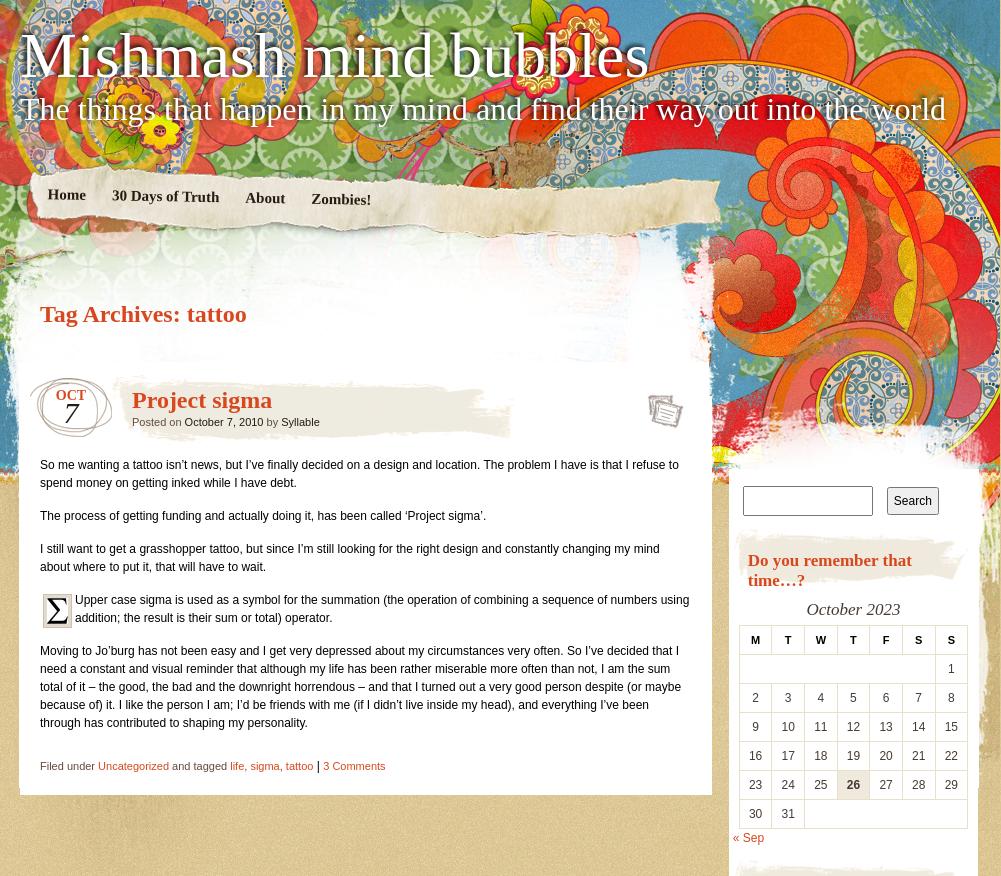 Image resolution: width=1001 pixels, height=876 pixels. What do you see at coordinates (805, 609) in the screenshot?
I see `'October 2023'` at bounding box center [805, 609].